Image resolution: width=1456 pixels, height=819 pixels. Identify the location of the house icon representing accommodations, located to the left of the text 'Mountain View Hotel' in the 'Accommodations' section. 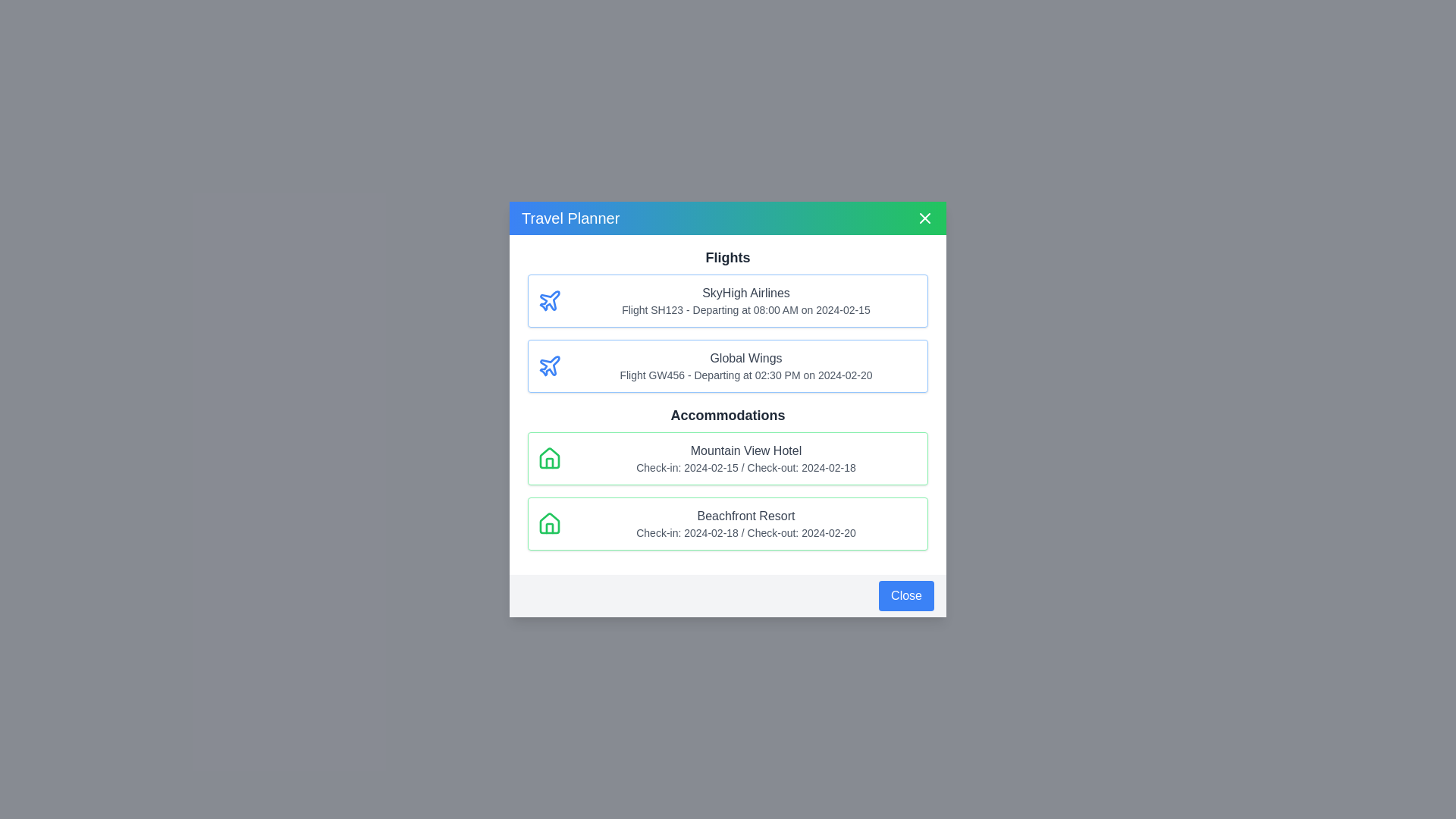
(548, 457).